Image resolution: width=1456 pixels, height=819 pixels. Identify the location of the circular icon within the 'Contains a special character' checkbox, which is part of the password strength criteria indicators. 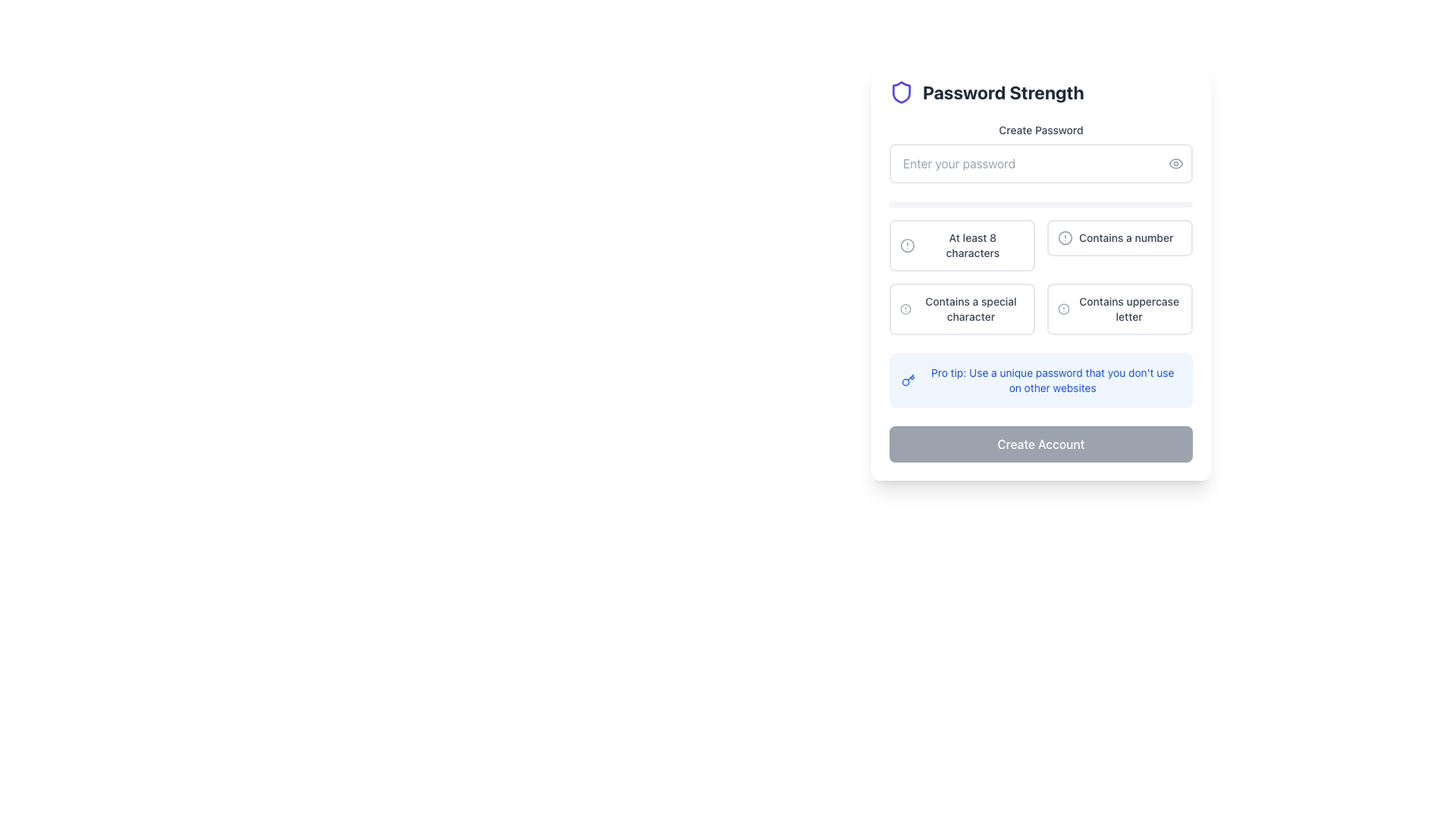
(905, 309).